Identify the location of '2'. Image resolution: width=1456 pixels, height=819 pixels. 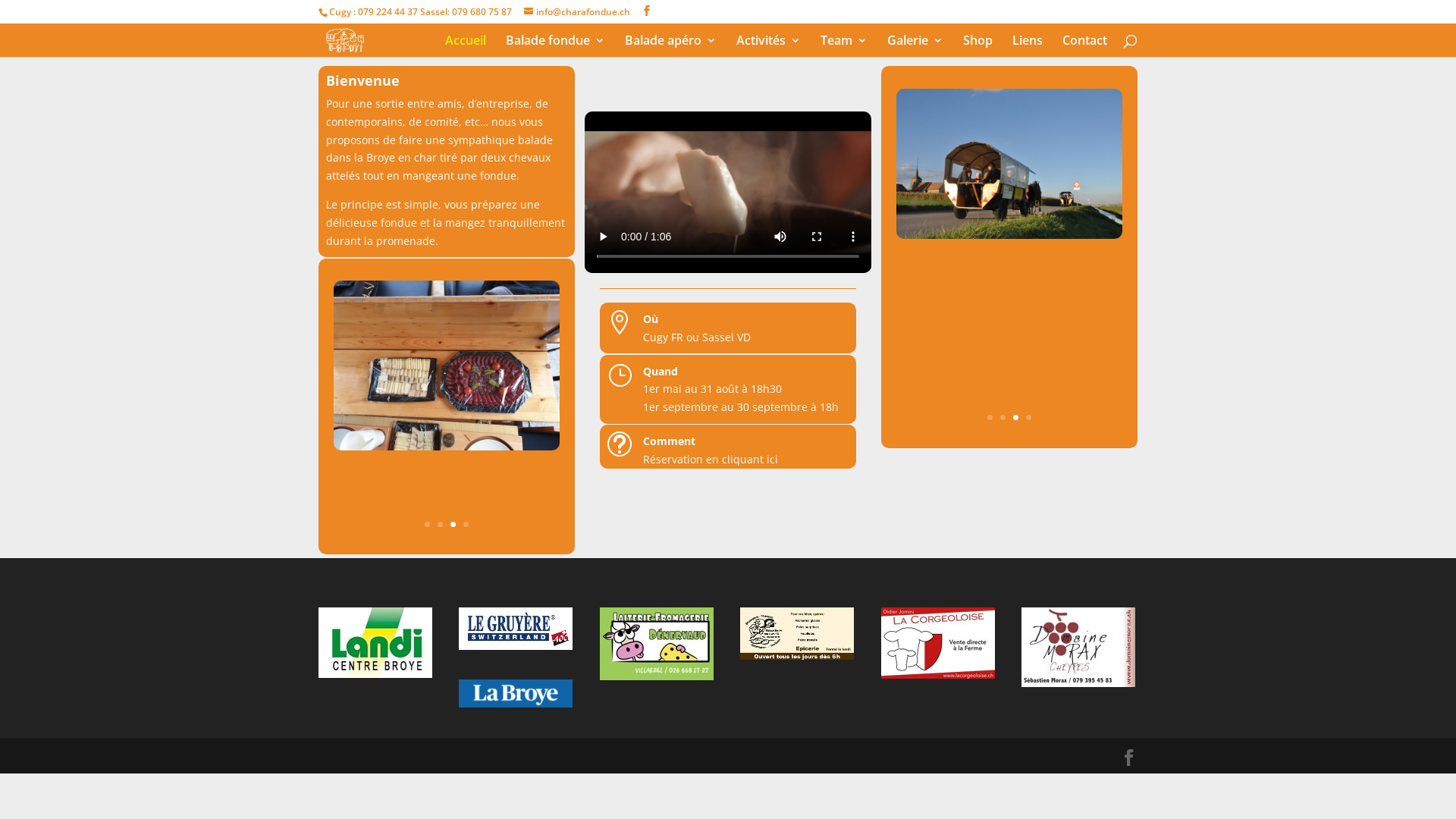
(439, 523).